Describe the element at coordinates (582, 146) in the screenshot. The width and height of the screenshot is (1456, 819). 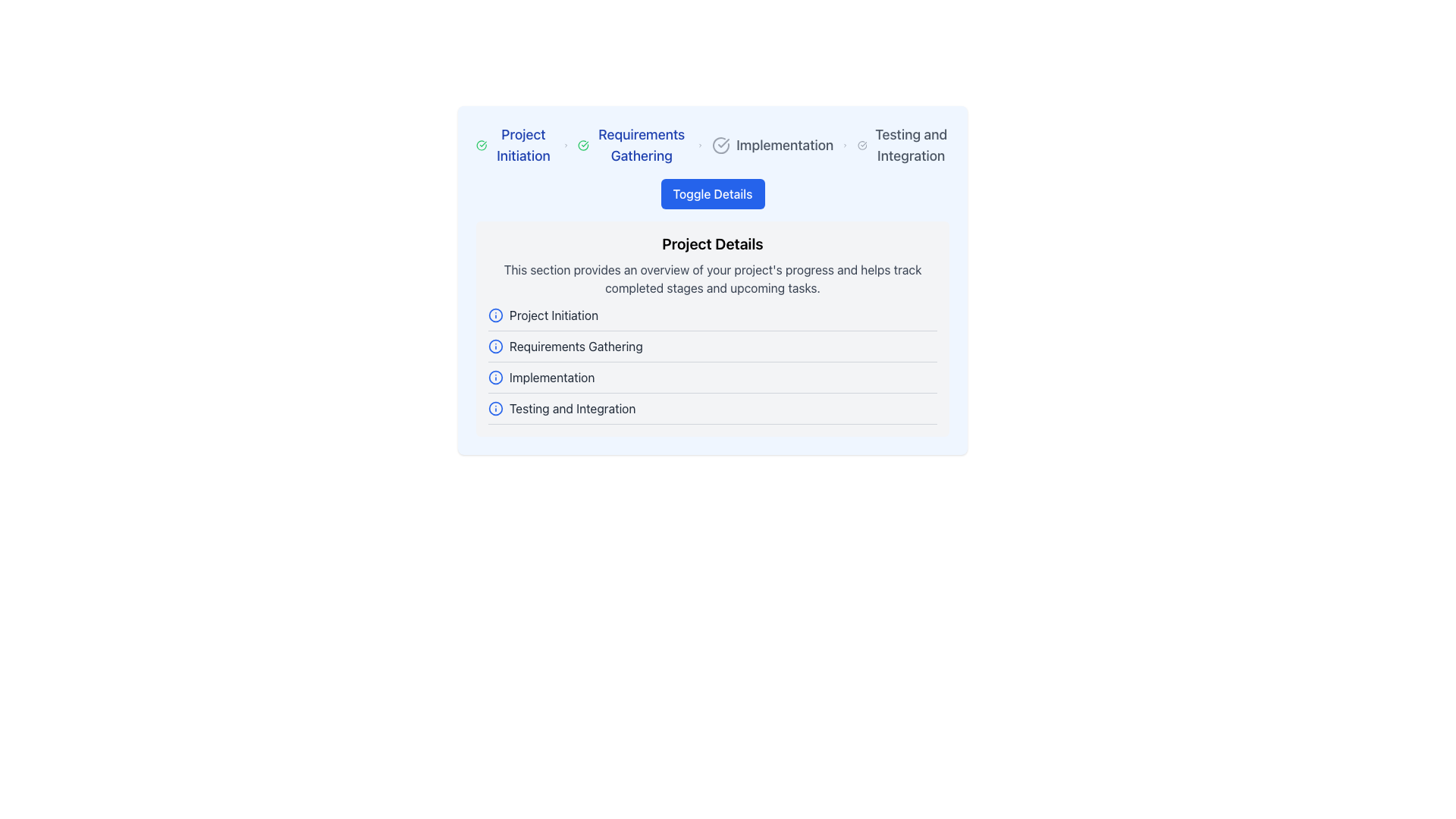
I see `the circular green check mark icon in the breadcrumb navigation bar, which indicates completion and is located to the left of the 'Requirements Gathering' text` at that location.